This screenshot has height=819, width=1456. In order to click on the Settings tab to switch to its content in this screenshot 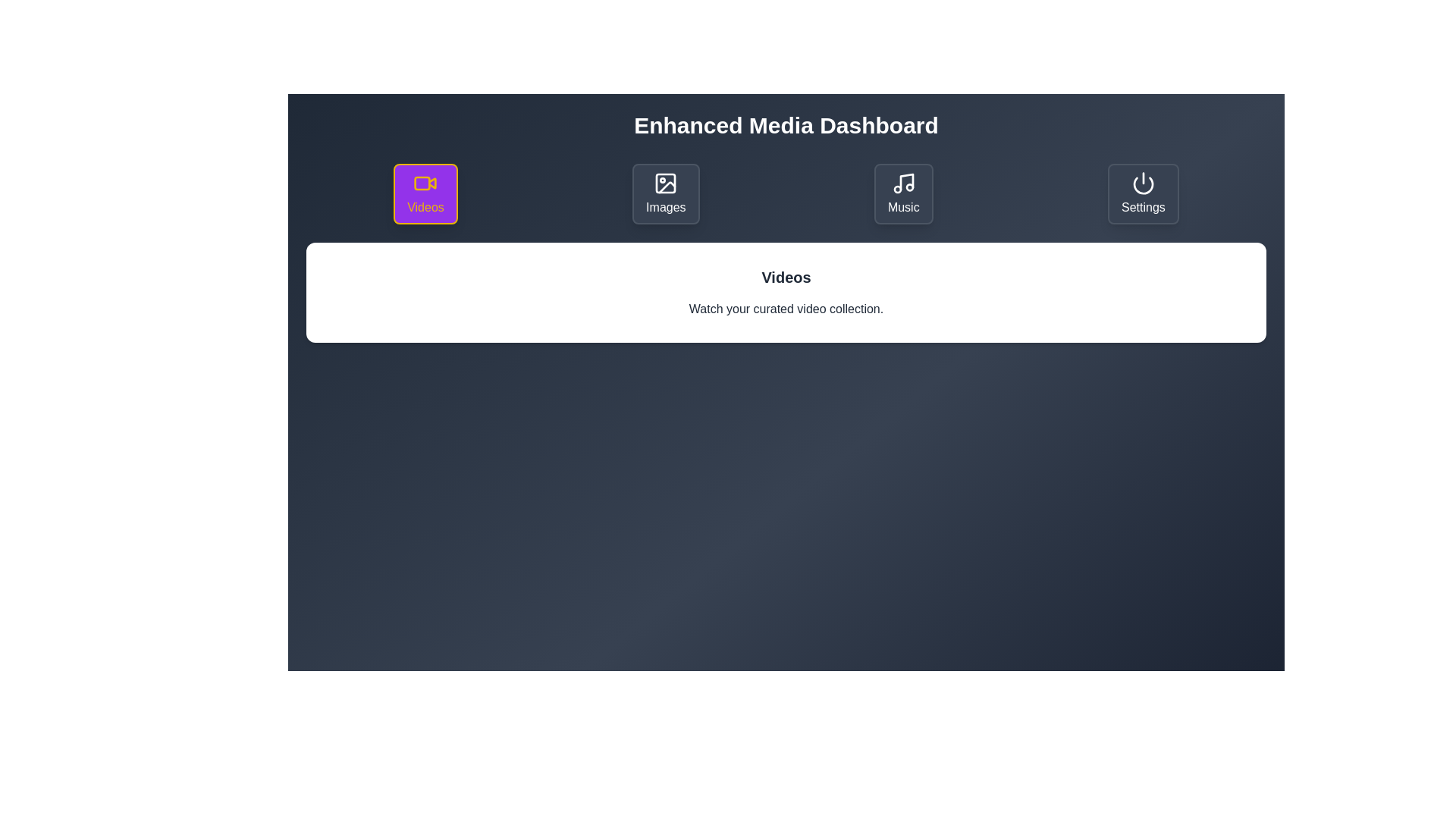, I will do `click(1143, 193)`.